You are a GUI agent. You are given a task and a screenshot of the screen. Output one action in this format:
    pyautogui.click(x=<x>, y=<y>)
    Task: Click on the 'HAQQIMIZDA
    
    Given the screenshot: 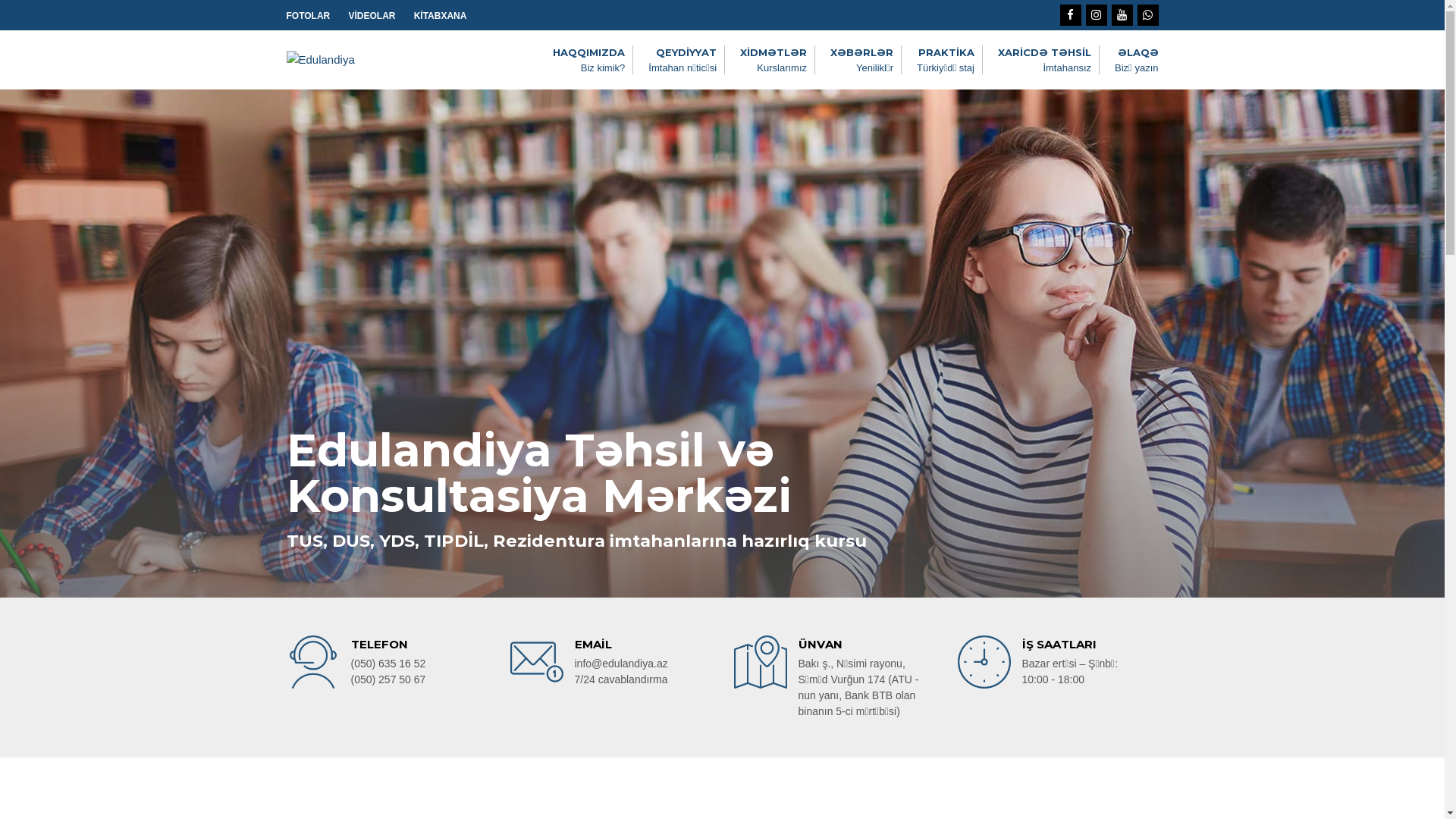 What is the action you would take?
    pyautogui.click(x=552, y=59)
    